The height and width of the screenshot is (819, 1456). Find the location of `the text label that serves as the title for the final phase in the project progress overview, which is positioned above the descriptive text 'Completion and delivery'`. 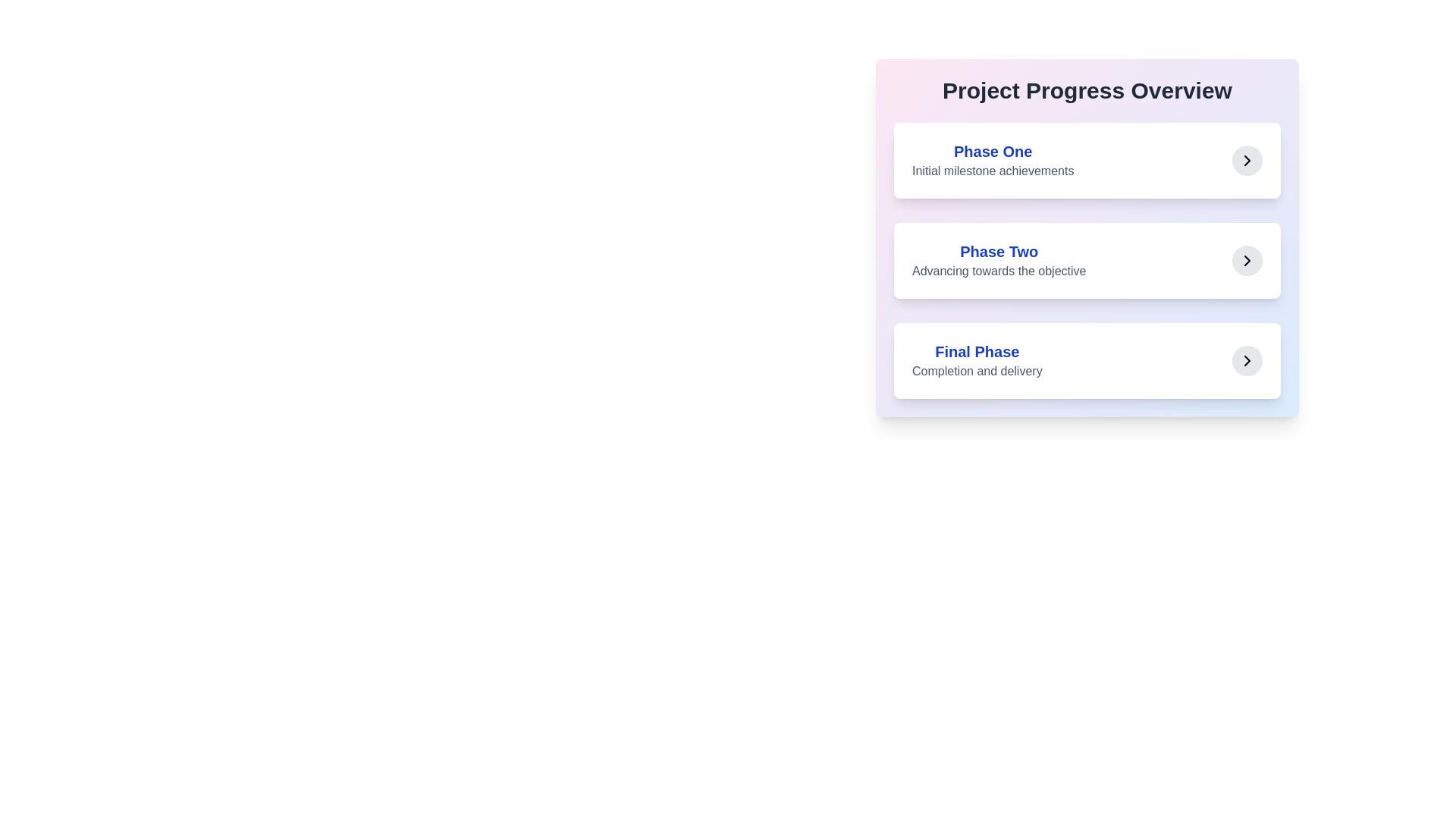

the text label that serves as the title for the final phase in the project progress overview, which is positioned above the descriptive text 'Completion and delivery' is located at coordinates (977, 351).